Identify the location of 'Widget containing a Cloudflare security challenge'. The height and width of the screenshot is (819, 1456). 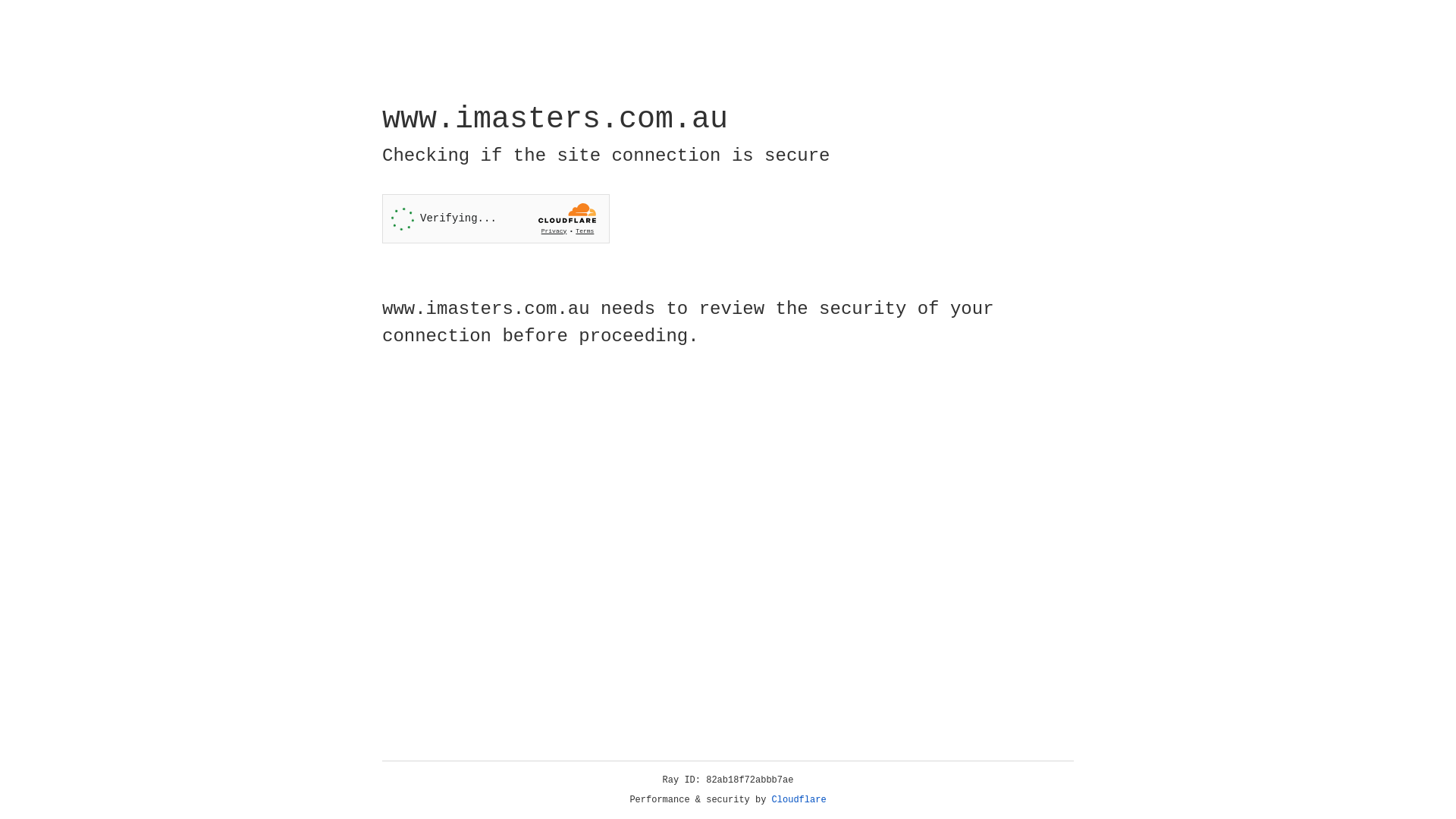
(495, 218).